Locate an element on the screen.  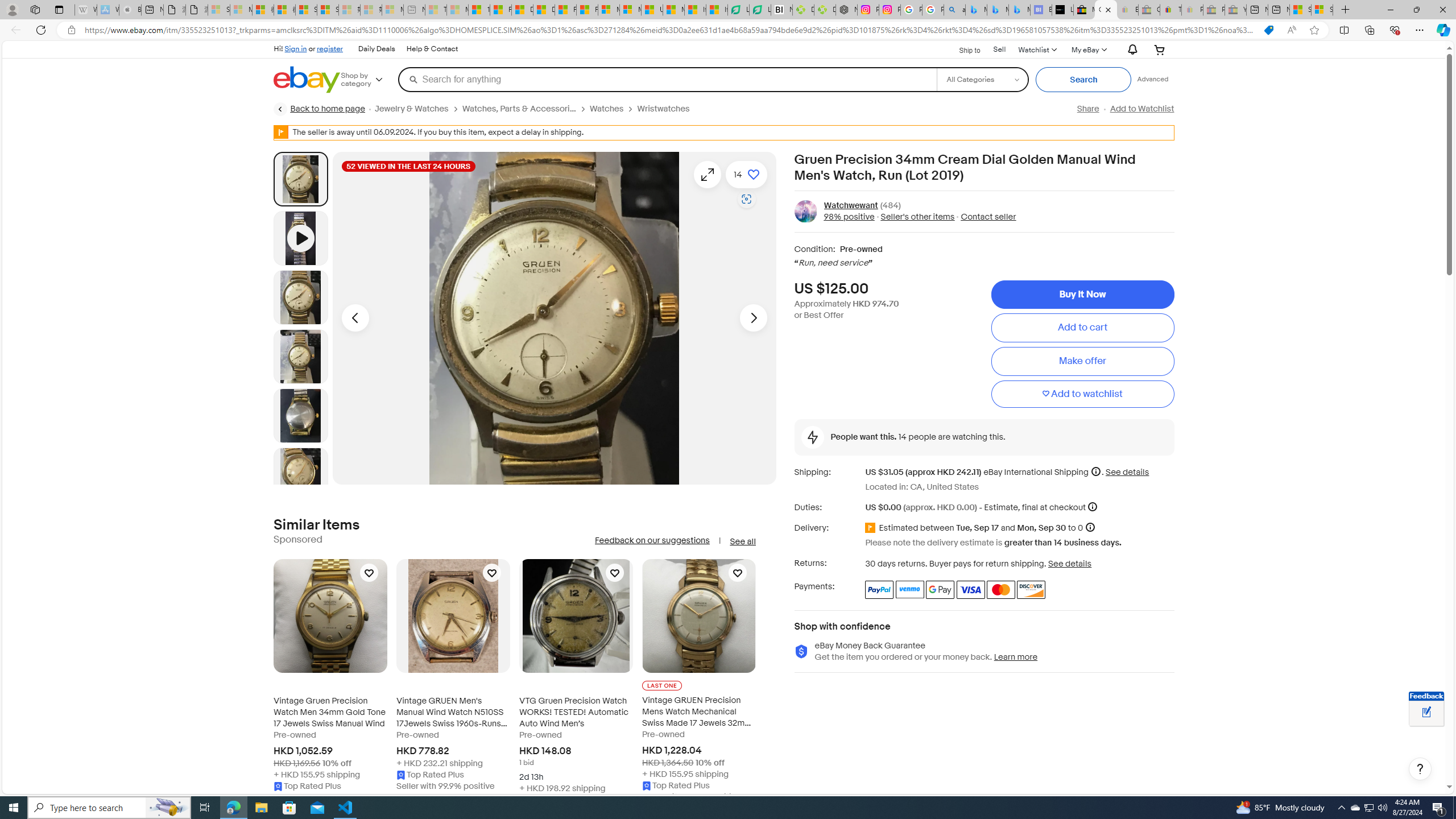
'Add to watchlist' is located at coordinates (1082, 394).